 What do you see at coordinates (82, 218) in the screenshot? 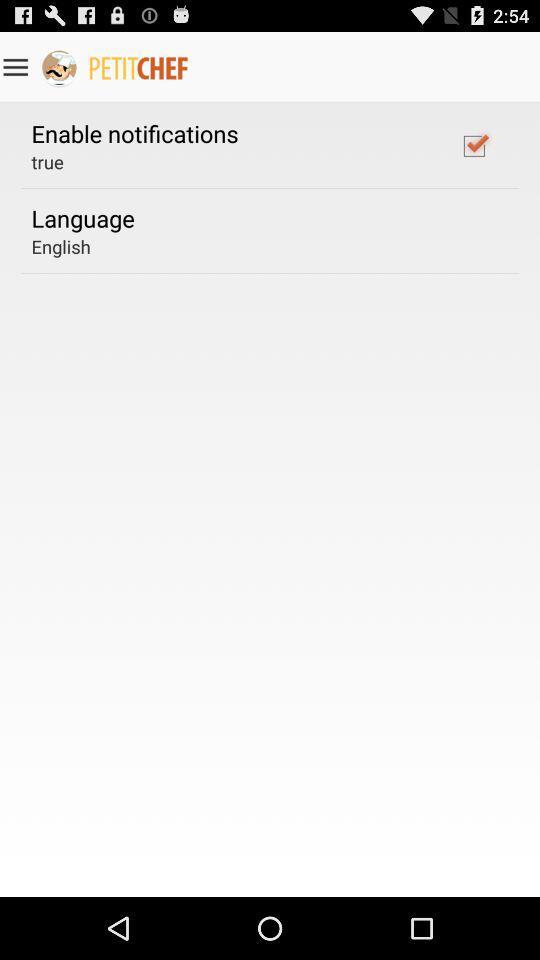
I see `the item below the true item` at bounding box center [82, 218].